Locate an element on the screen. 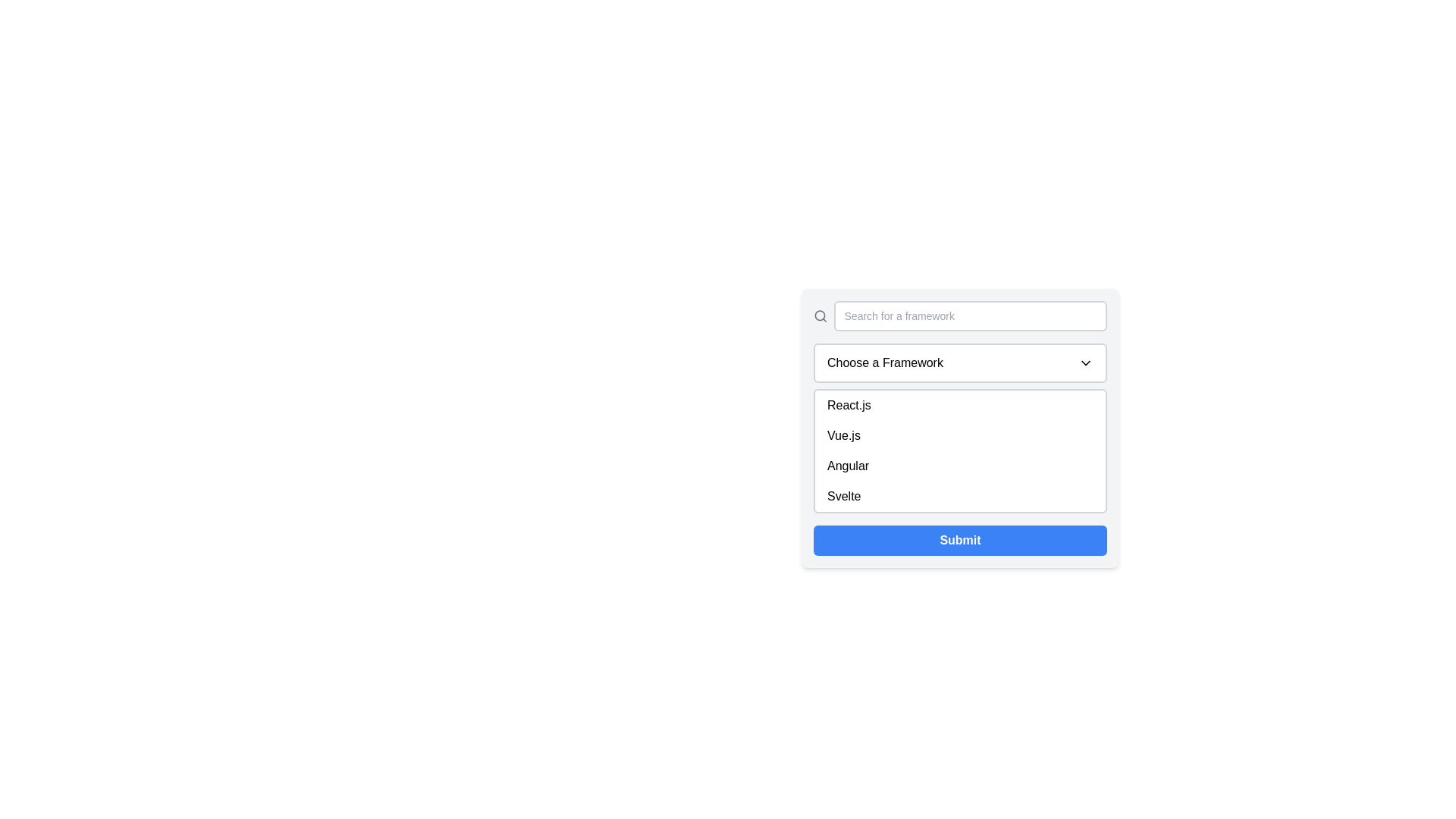  the text label indicating the purpose of the dropdown menu, which is located to the left of the downward arrow icon is located at coordinates (885, 362).